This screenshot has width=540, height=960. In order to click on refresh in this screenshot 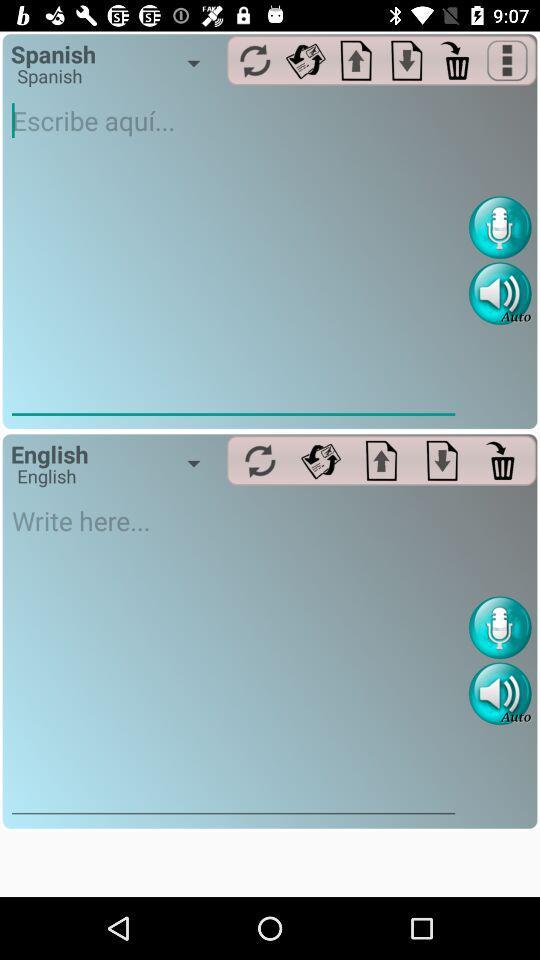, I will do `click(255, 59)`.